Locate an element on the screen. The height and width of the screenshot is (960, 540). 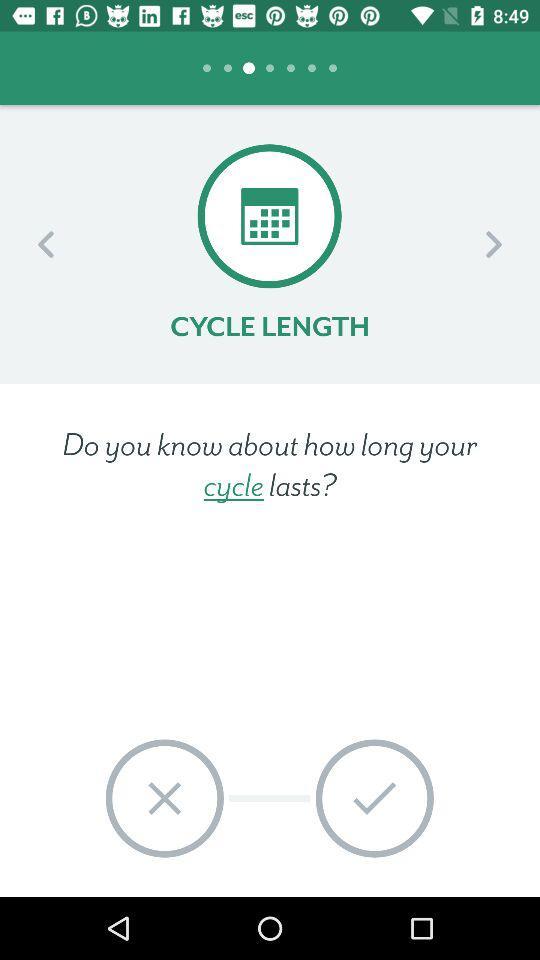
the arrow_forward icon is located at coordinates (492, 243).